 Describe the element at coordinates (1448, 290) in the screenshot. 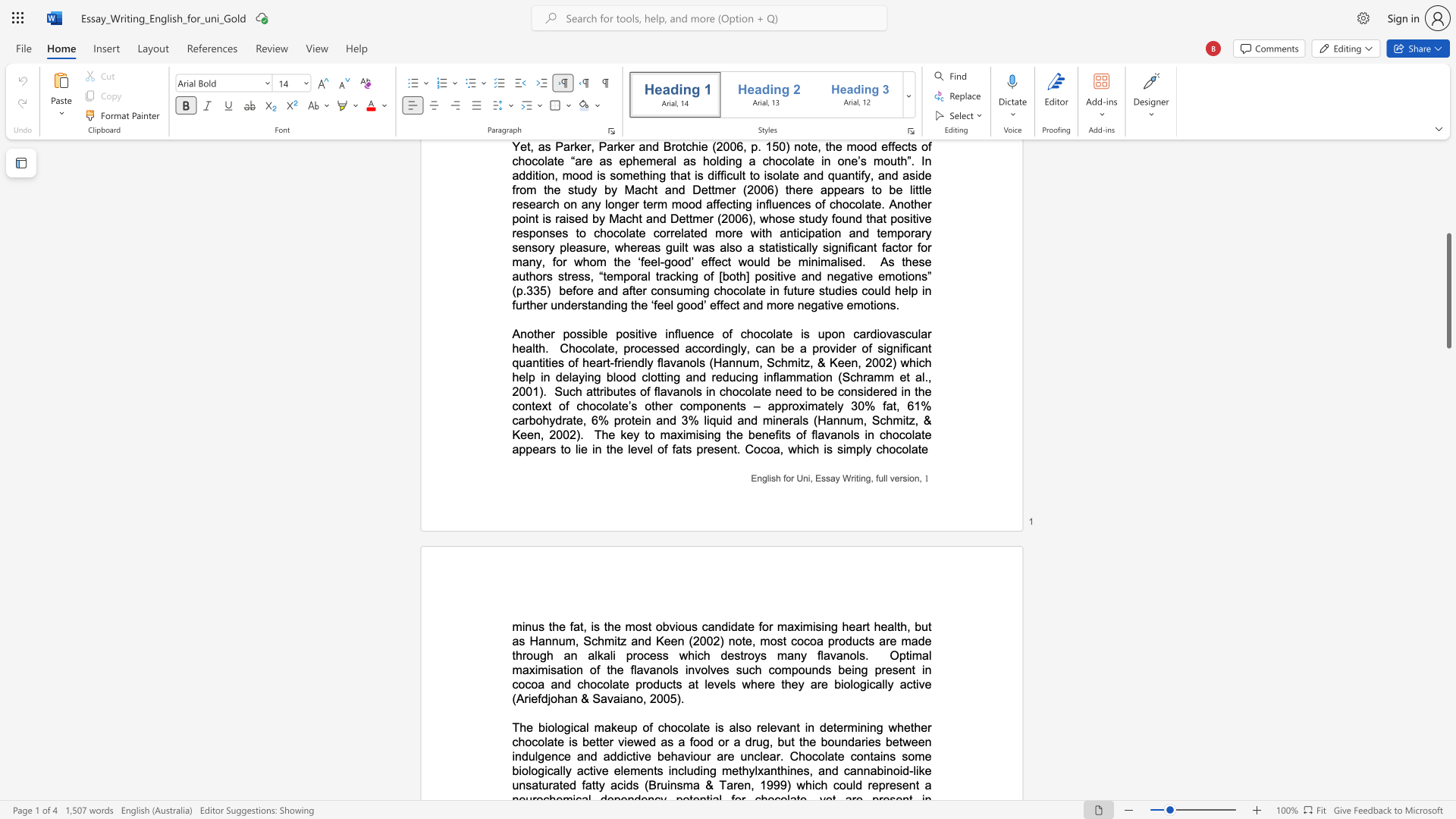

I see `the scrollbar and move up 440 pixels` at that location.